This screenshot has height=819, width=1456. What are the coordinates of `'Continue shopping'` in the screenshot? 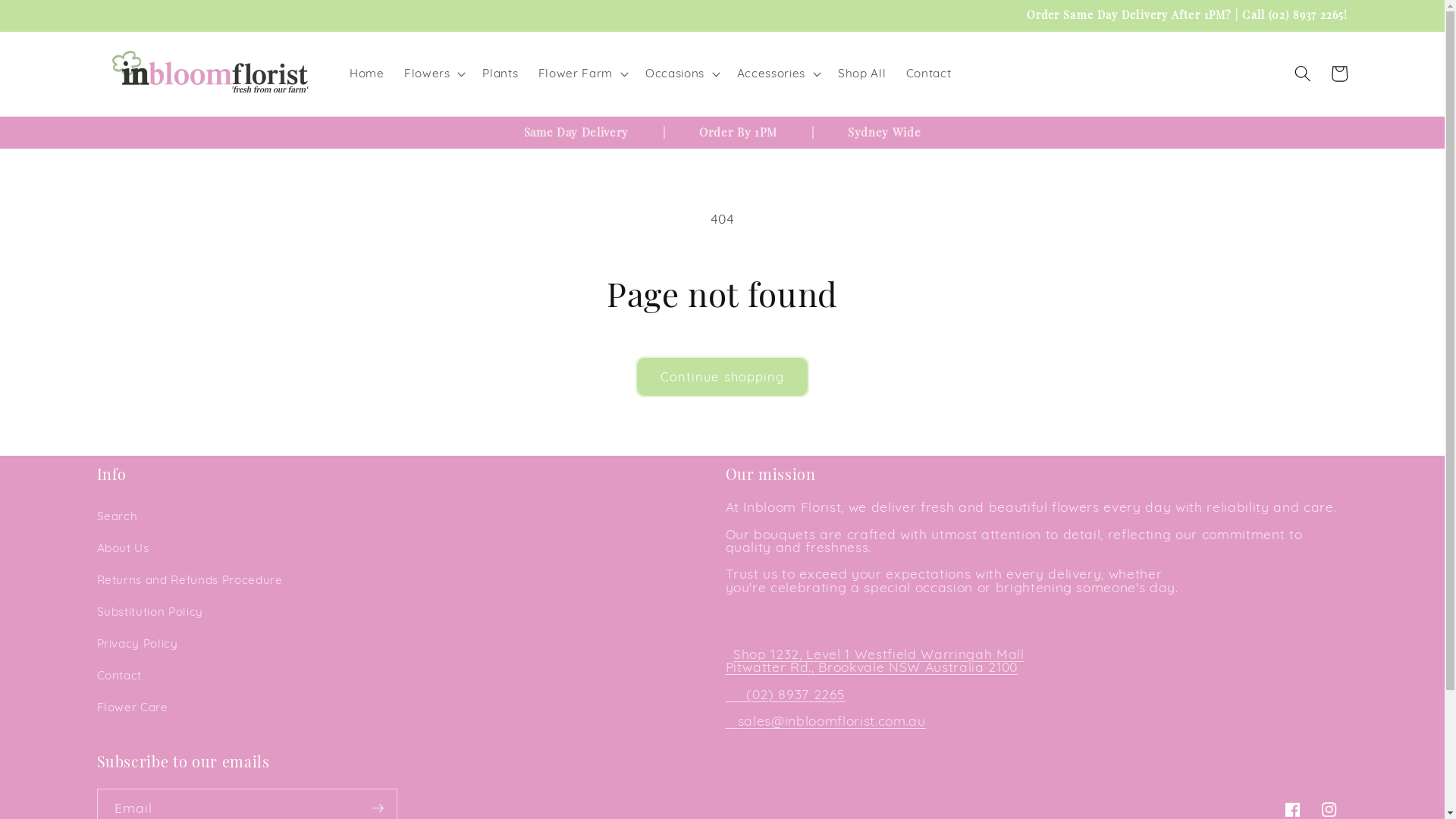 It's located at (722, 376).